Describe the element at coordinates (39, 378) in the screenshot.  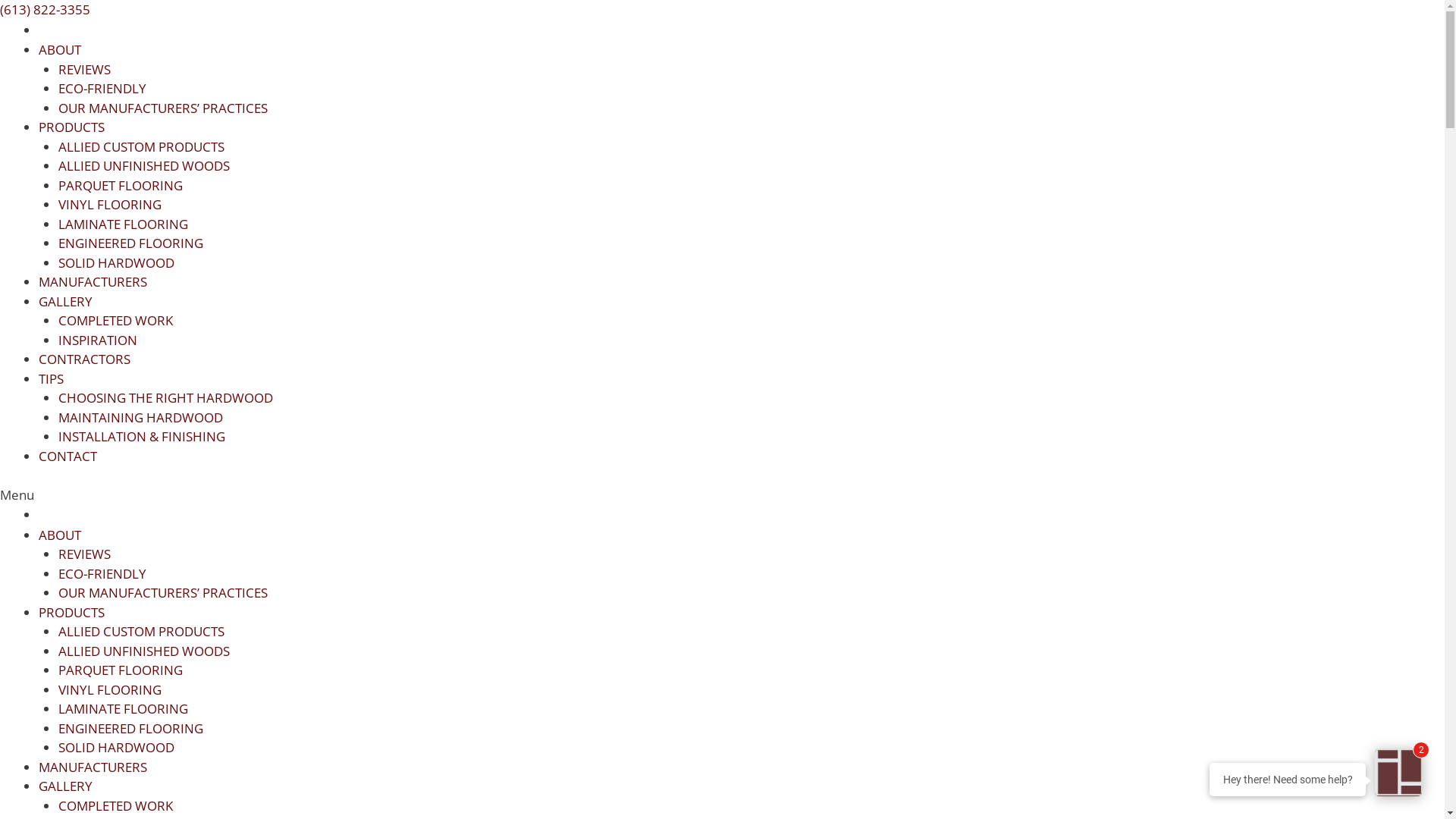
I see `'TIPS'` at that location.